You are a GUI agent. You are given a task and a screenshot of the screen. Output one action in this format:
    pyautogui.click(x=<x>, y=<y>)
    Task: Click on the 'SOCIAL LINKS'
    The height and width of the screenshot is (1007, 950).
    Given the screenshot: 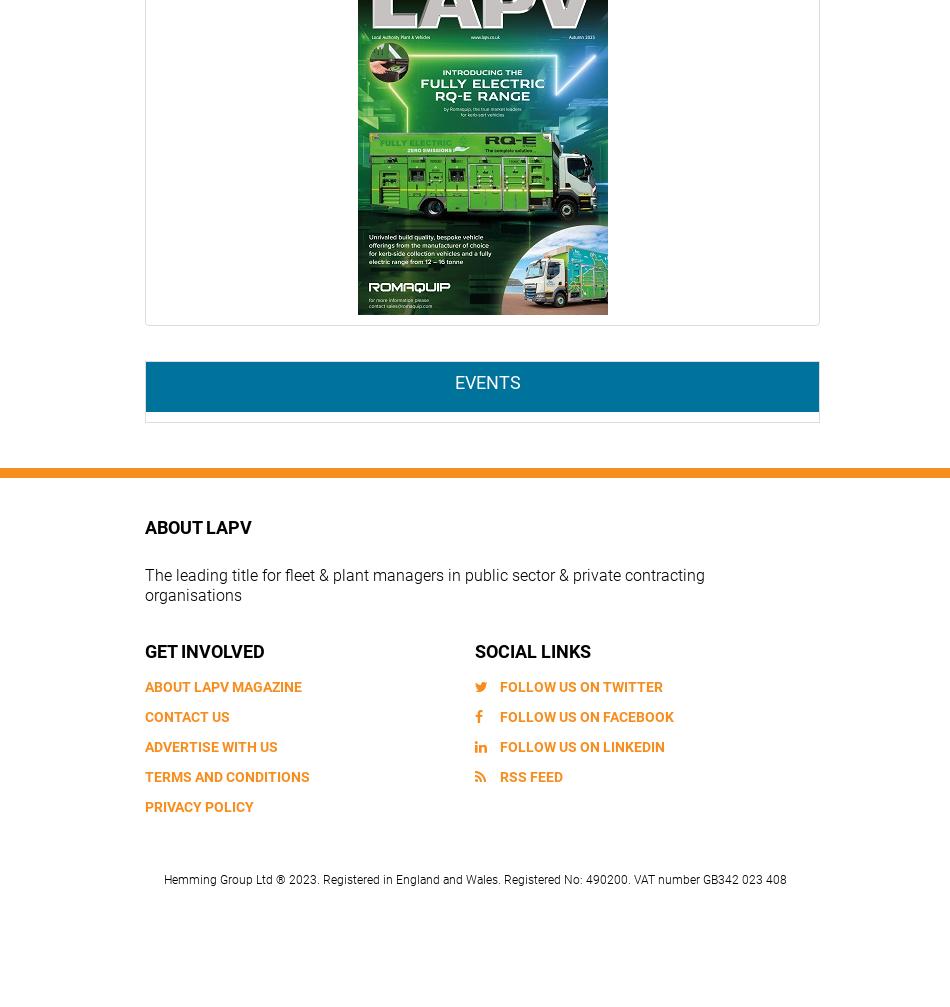 What is the action you would take?
    pyautogui.click(x=533, y=649)
    